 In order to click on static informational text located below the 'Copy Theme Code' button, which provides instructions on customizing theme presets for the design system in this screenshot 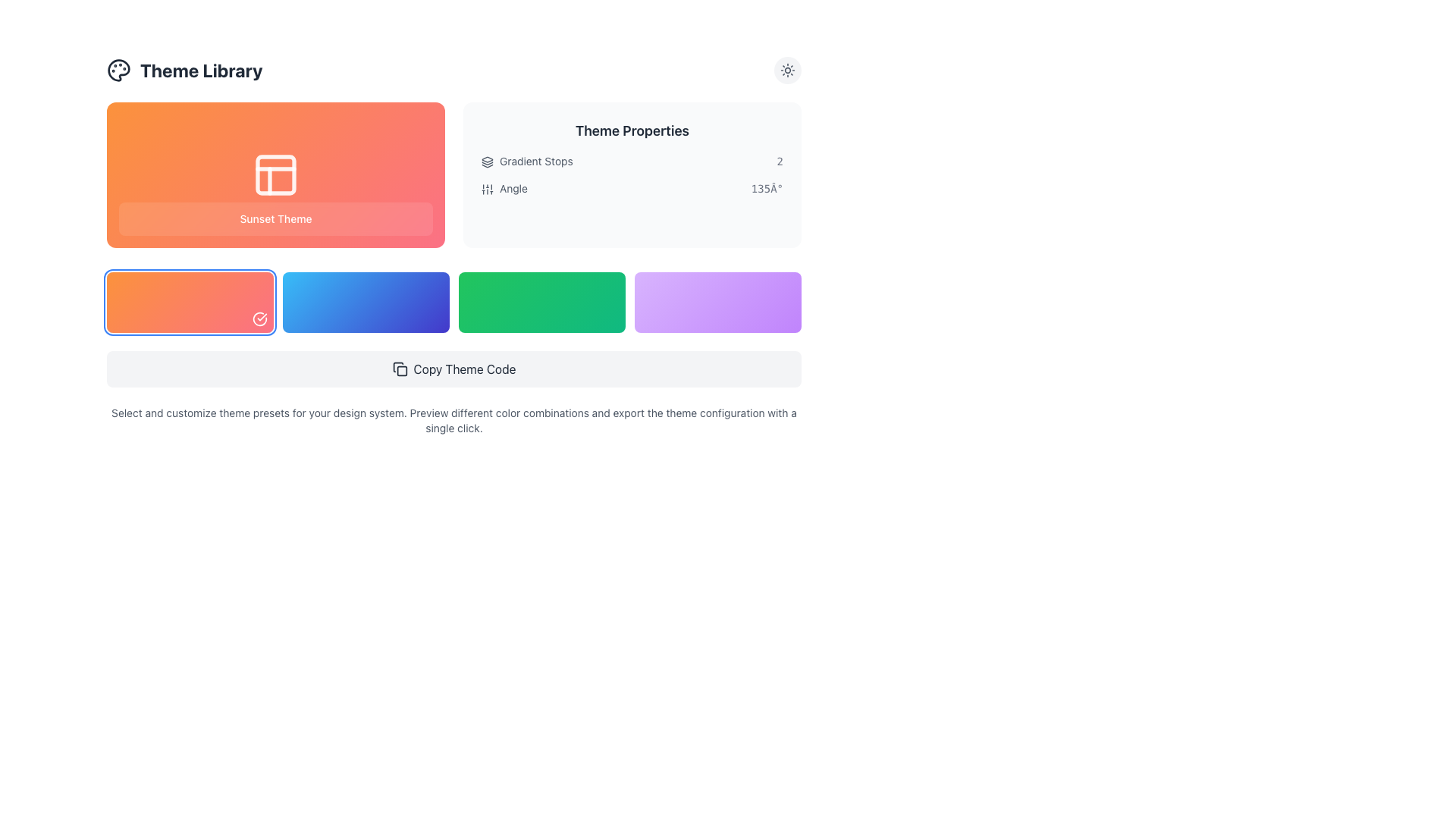, I will do `click(453, 421)`.